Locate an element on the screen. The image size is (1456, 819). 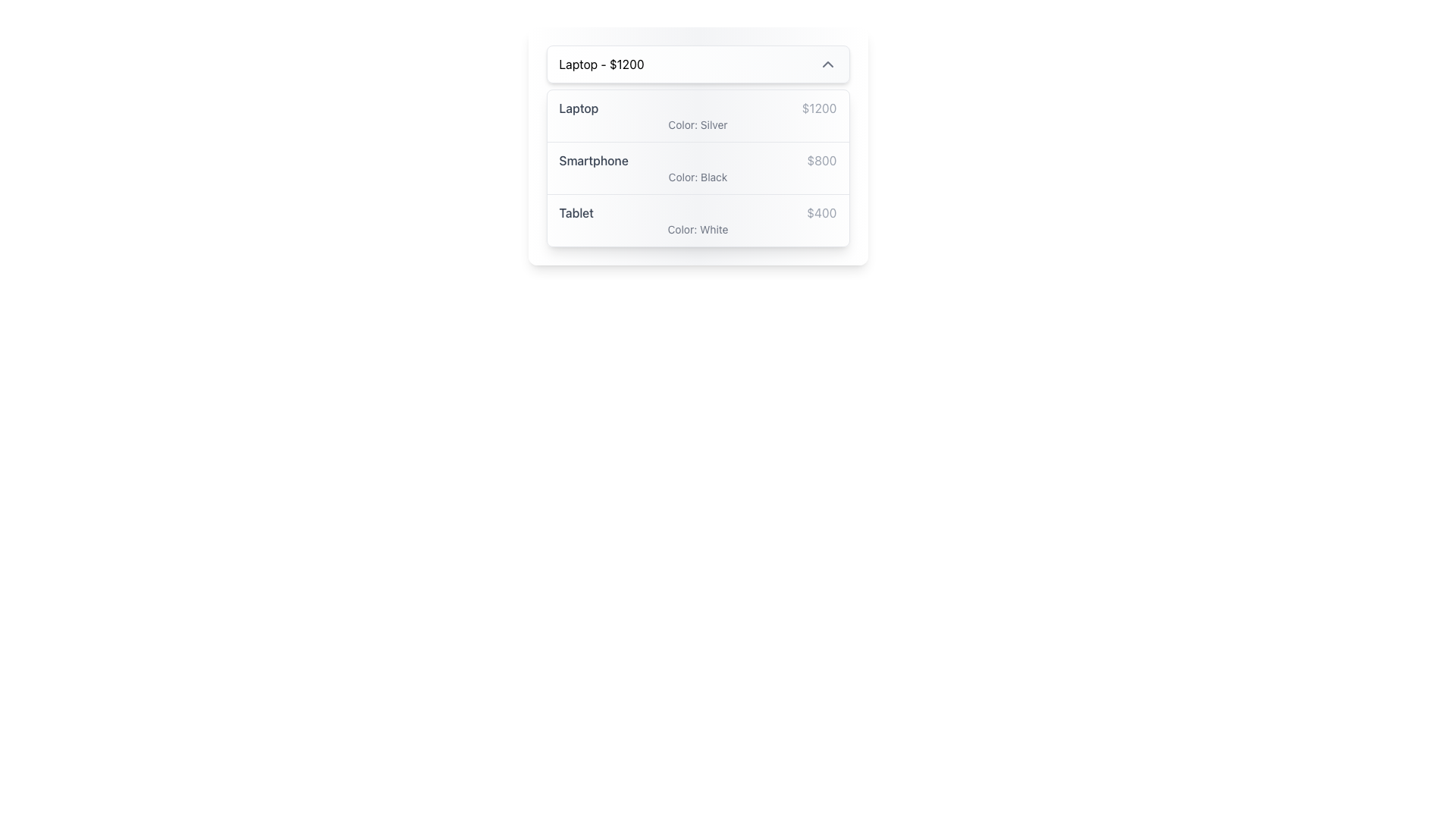
the list of items which includes Laptop, Smartphone, and Tablet is located at coordinates (697, 168).